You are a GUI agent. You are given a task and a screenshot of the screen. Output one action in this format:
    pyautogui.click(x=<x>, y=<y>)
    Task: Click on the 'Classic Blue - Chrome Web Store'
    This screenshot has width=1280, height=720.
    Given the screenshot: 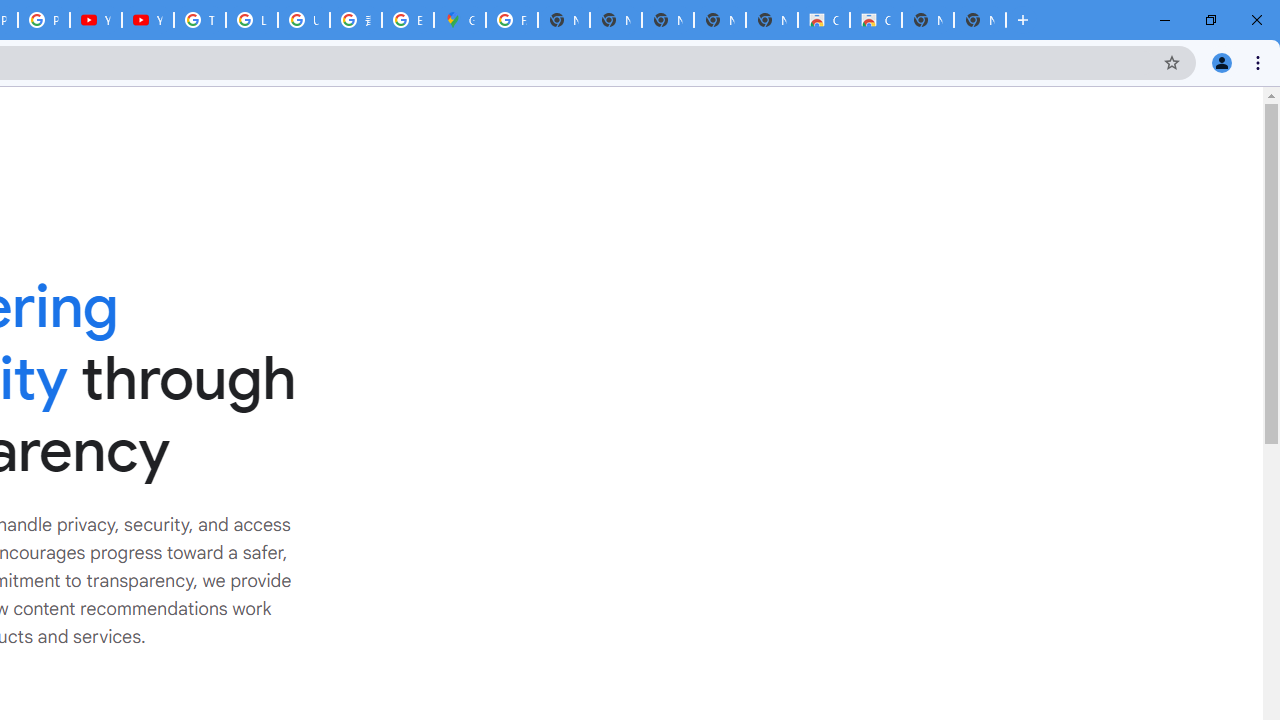 What is the action you would take?
    pyautogui.click(x=876, y=20)
    